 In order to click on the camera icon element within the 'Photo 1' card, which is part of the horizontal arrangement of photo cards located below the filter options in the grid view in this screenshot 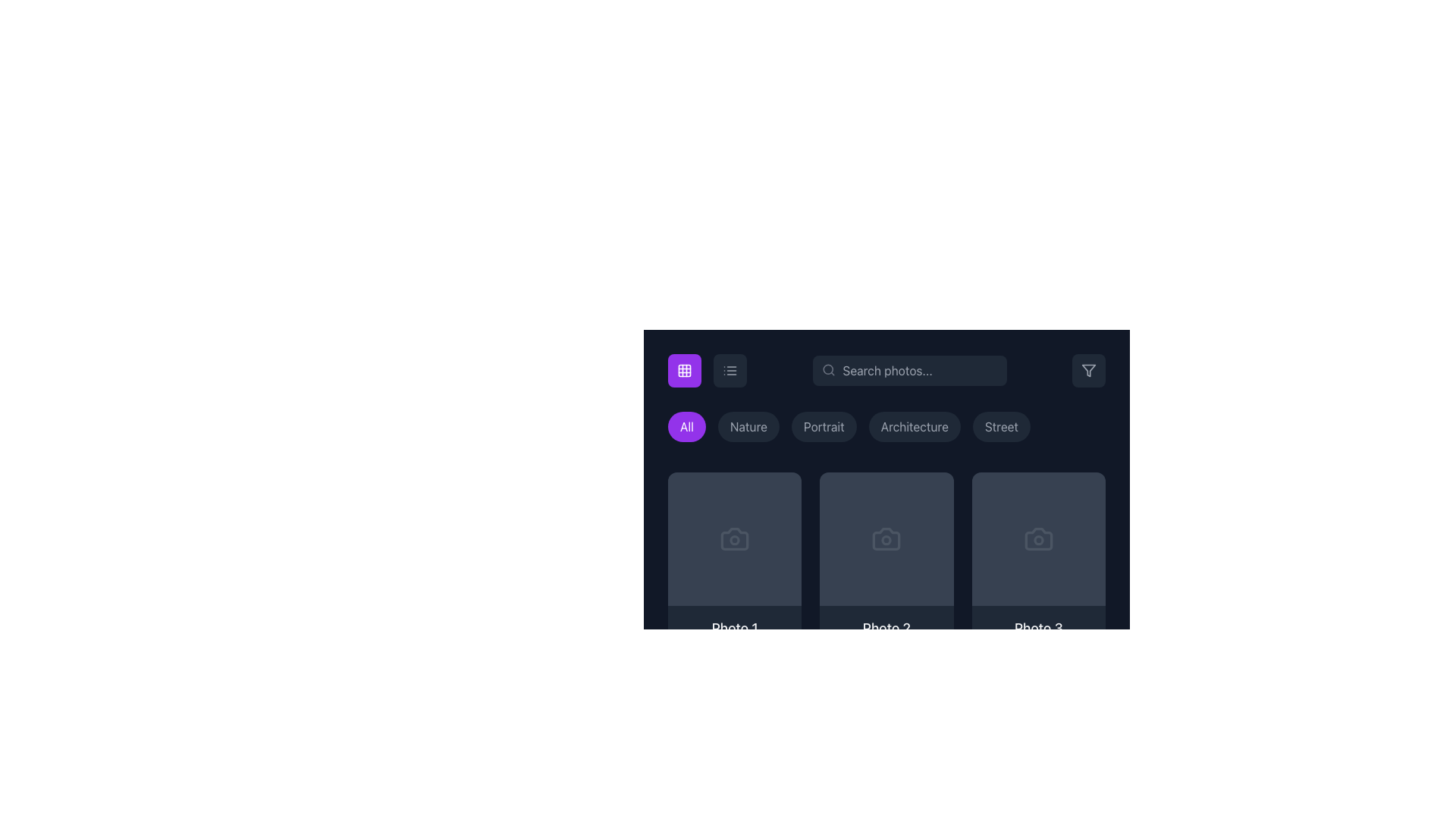, I will do `click(735, 538)`.